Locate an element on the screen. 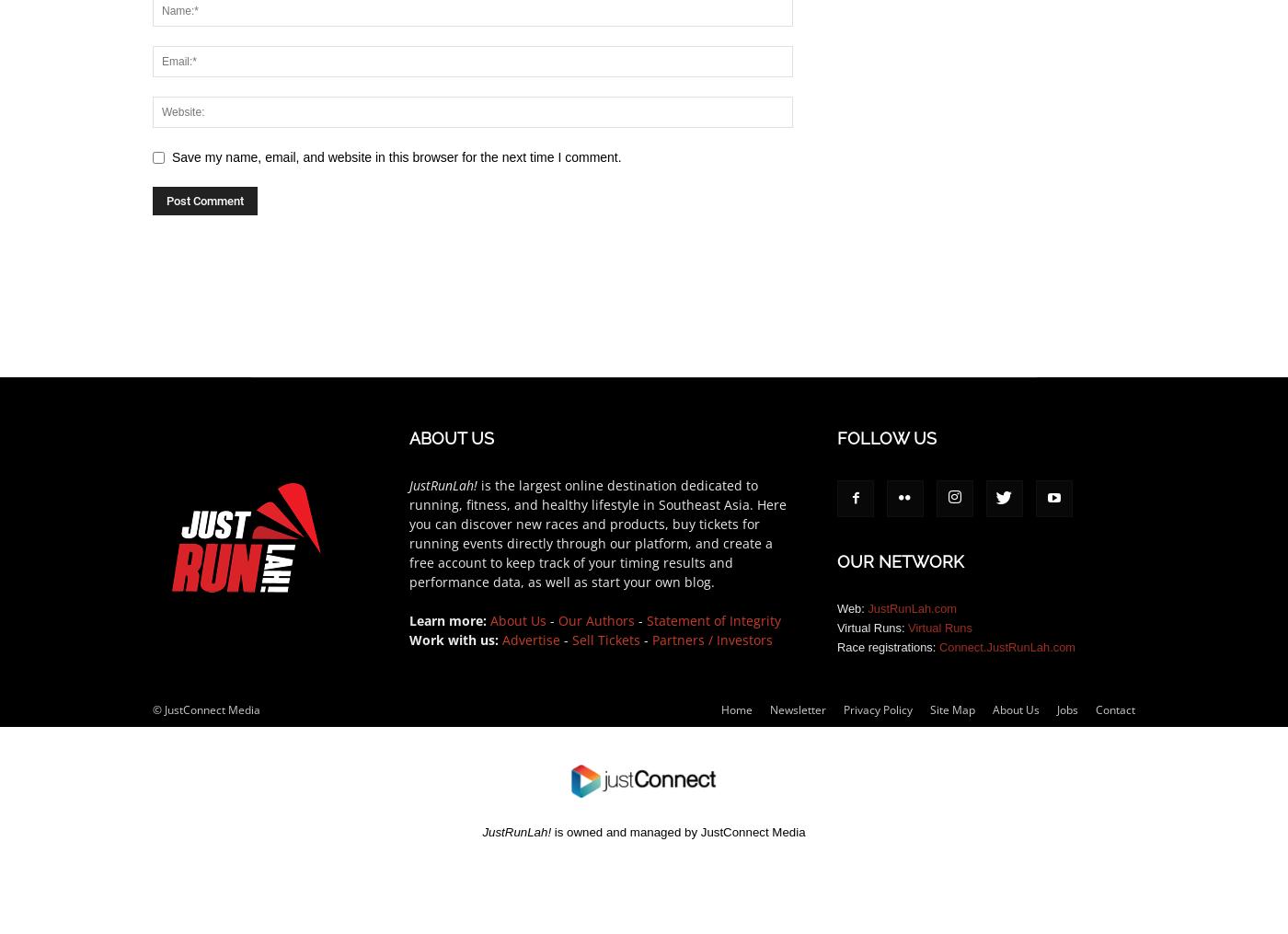 The height and width of the screenshot is (934, 1288). 'Web:' is located at coordinates (852, 608).